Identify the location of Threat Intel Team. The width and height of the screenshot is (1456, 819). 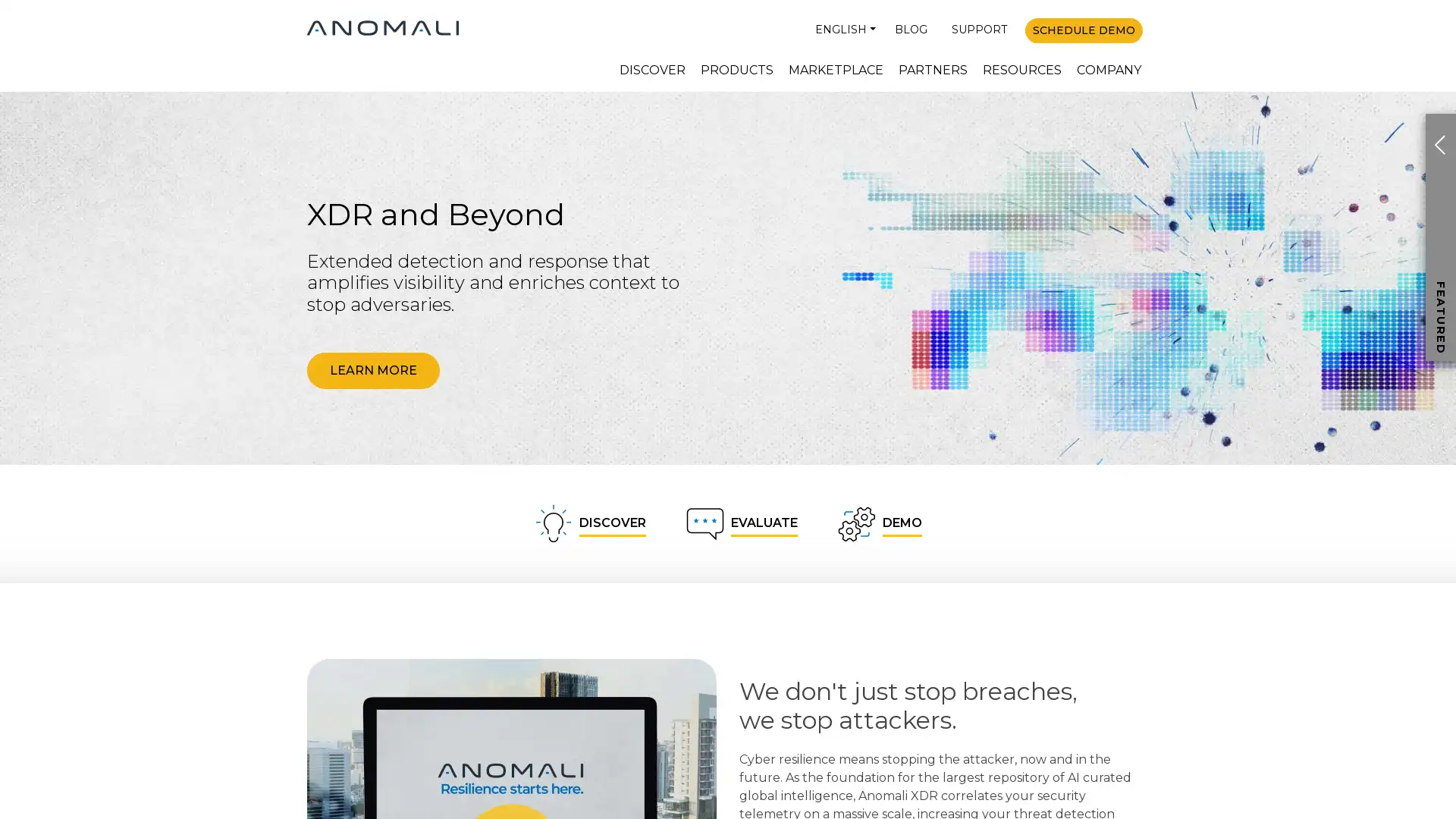
(1342, 421).